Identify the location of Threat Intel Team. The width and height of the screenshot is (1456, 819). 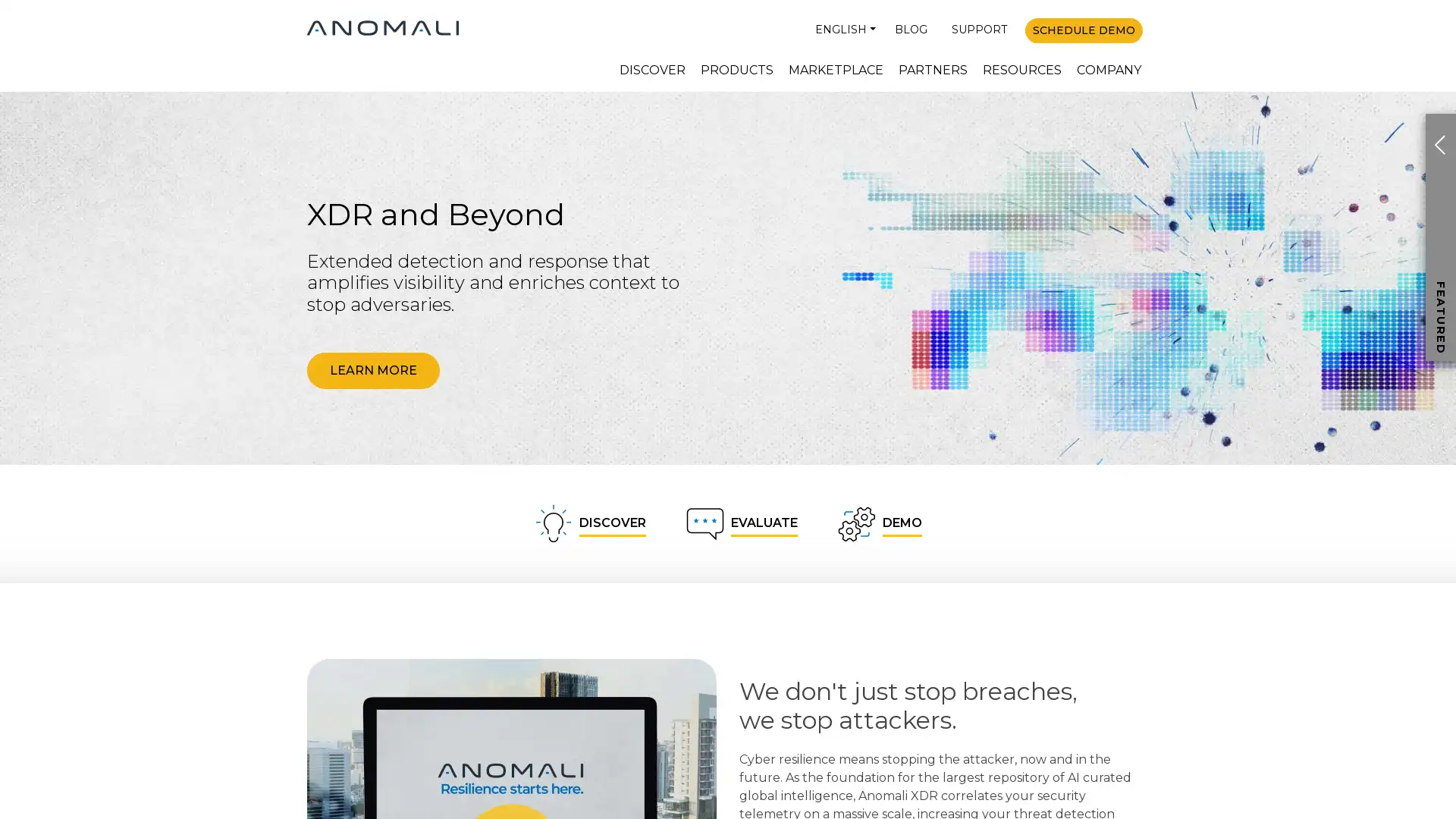
(1342, 421).